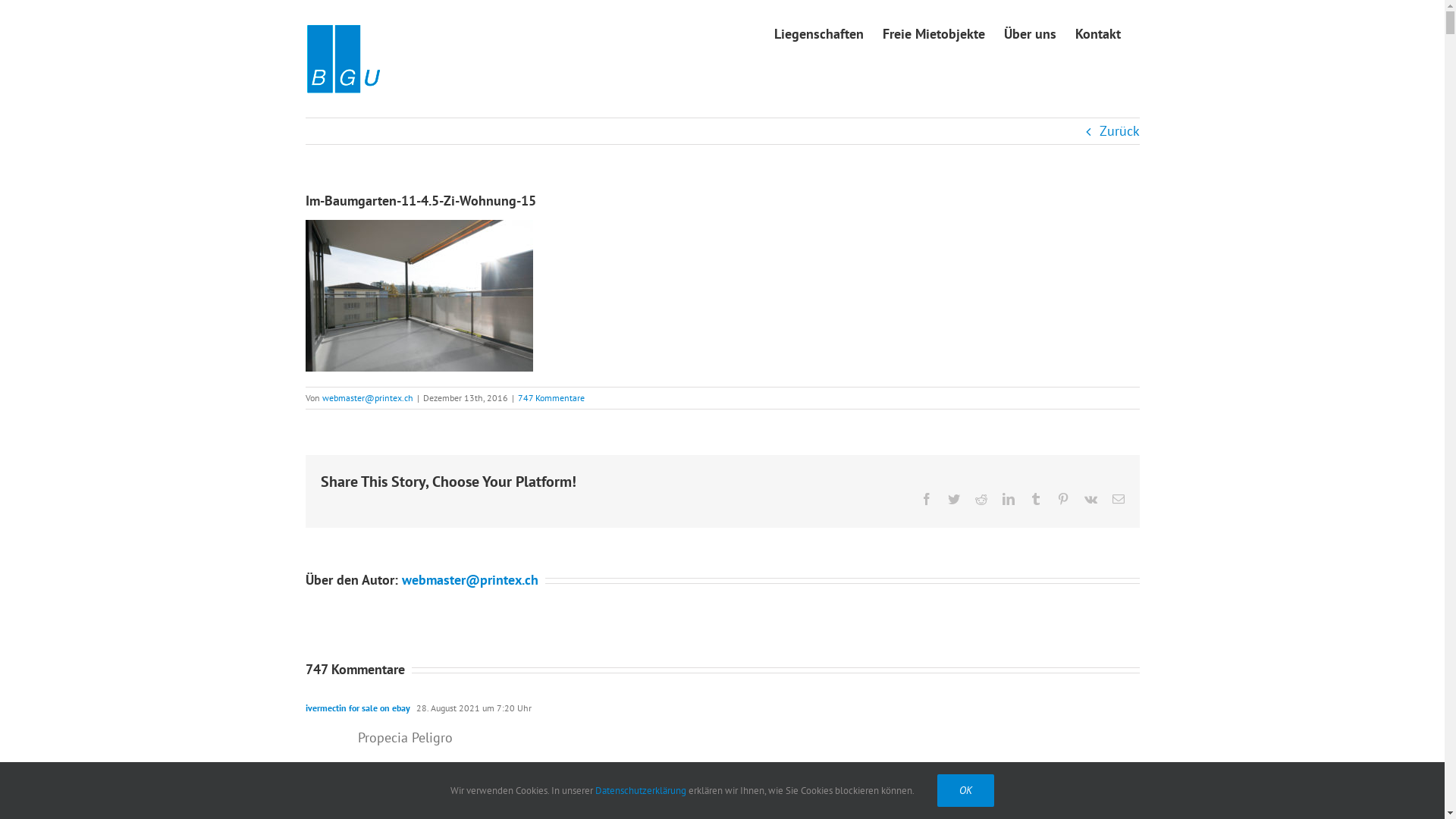 This screenshot has height=819, width=1456. Describe the element at coordinates (469, 579) in the screenshot. I see `'webmaster@printex.ch'` at that location.